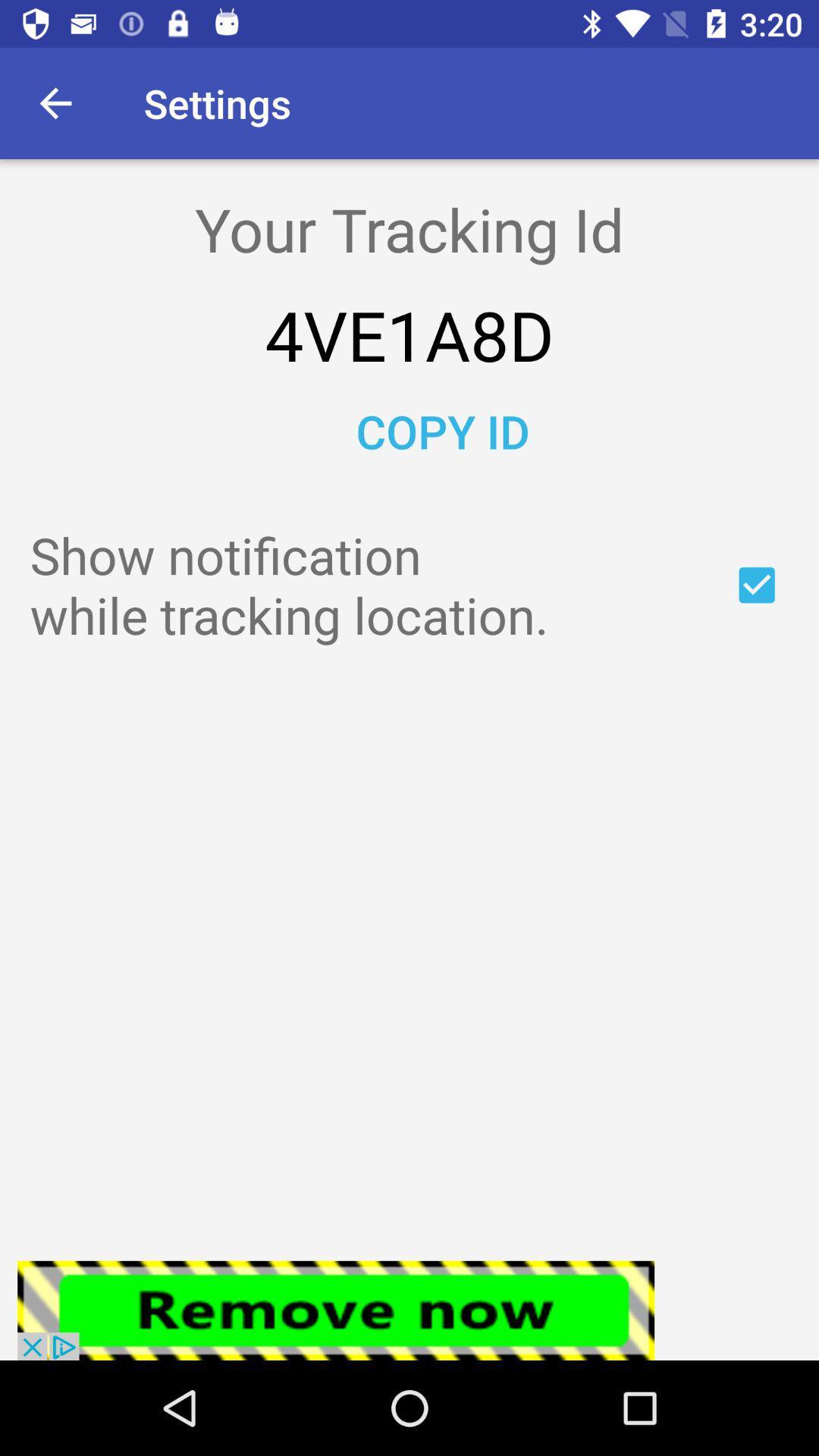 Image resolution: width=819 pixels, height=1456 pixels. What do you see at coordinates (757, 584) in the screenshot?
I see `yes or no on locations` at bounding box center [757, 584].